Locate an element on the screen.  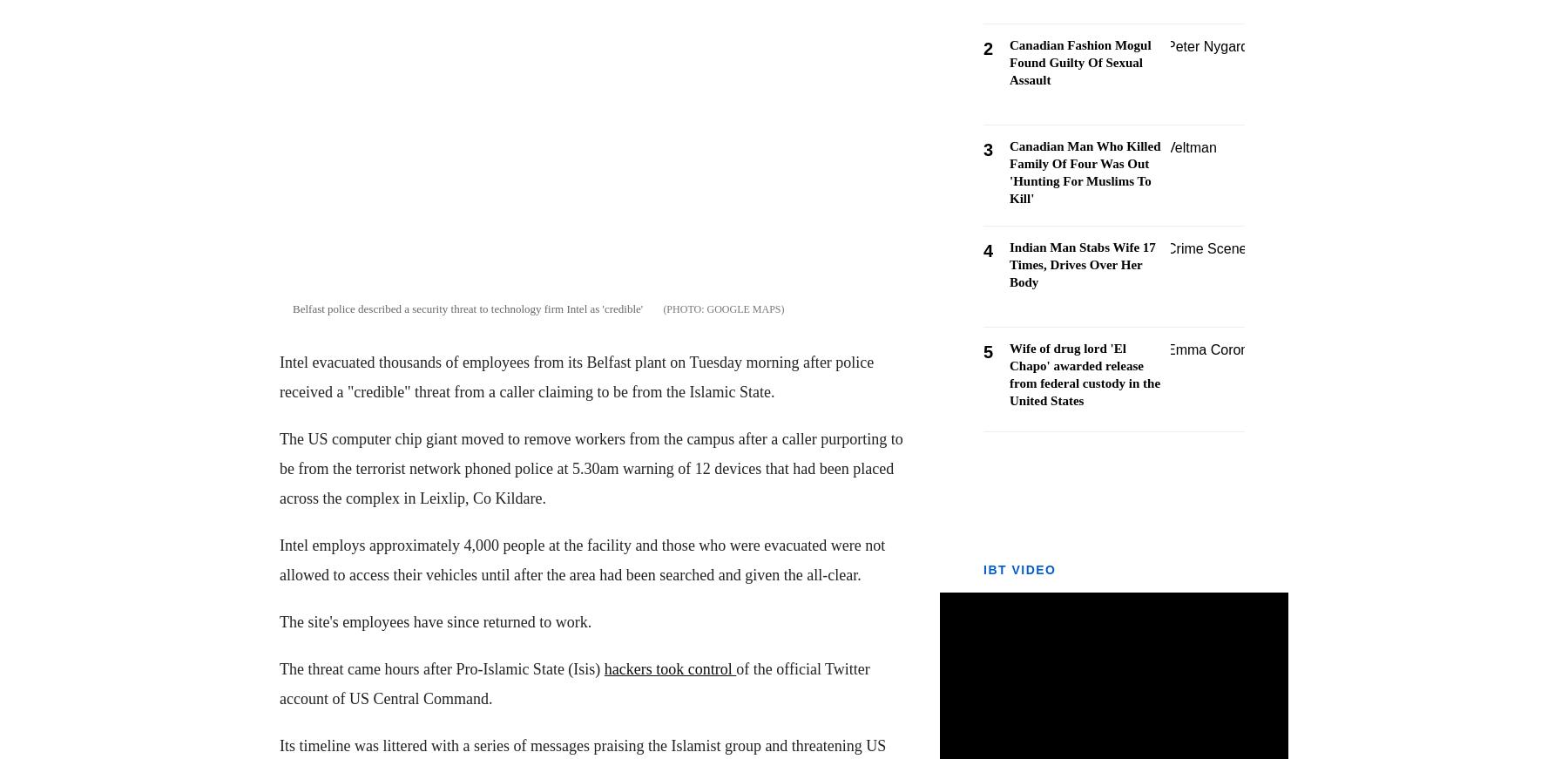
'- Real Estate' is located at coordinates (47, 695).